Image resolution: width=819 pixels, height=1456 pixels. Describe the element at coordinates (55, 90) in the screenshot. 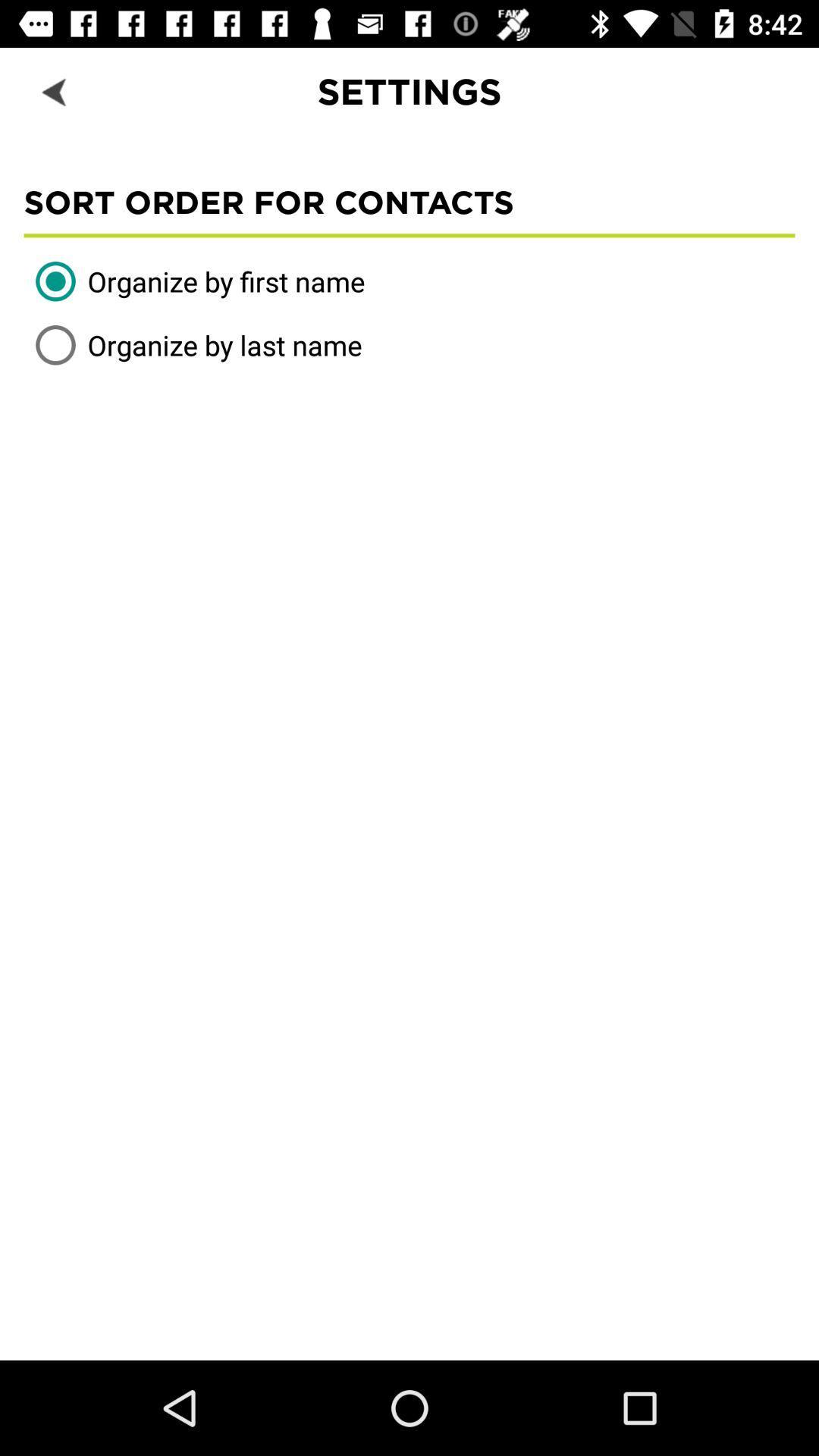

I see `back` at that location.